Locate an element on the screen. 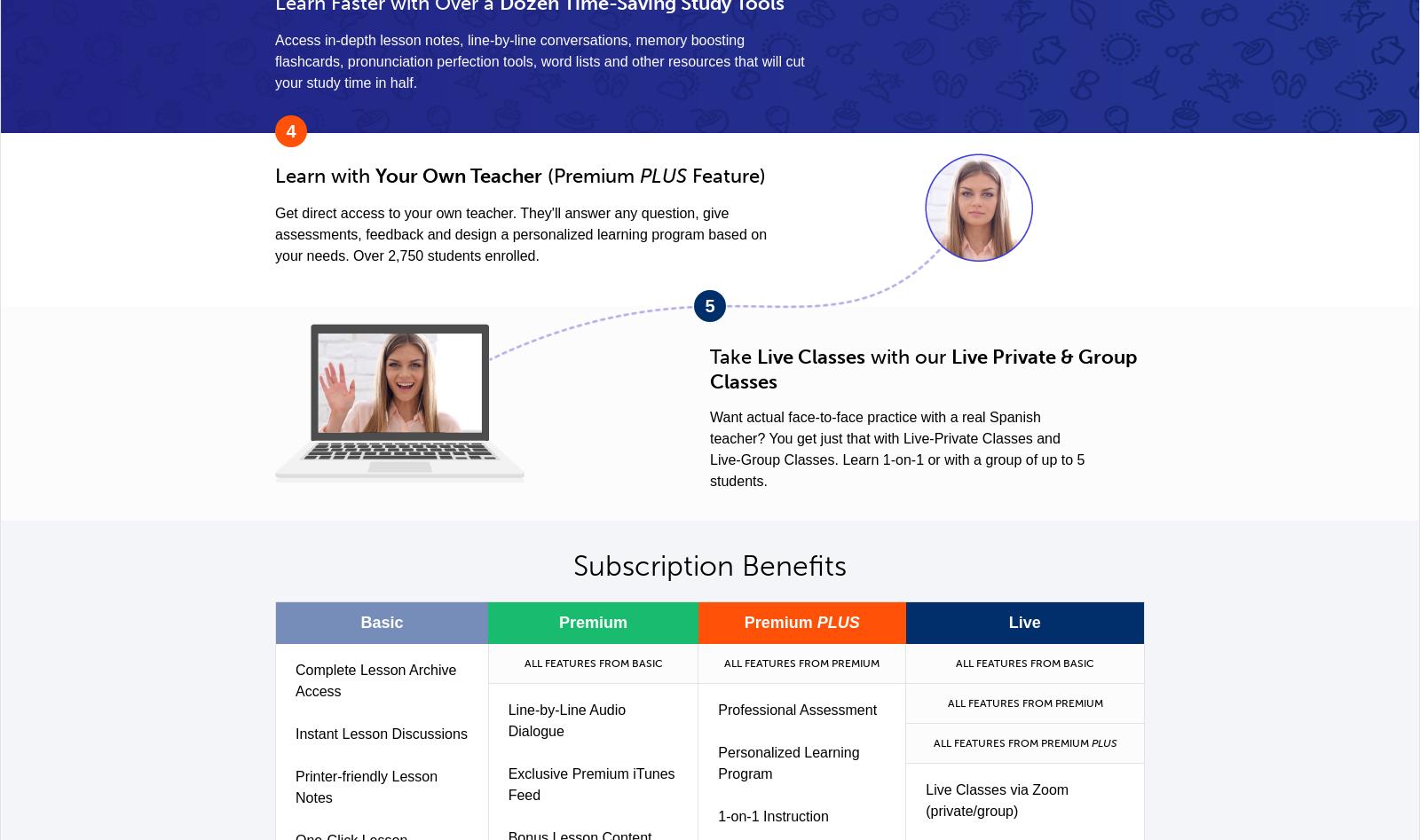  '5' is located at coordinates (709, 304).